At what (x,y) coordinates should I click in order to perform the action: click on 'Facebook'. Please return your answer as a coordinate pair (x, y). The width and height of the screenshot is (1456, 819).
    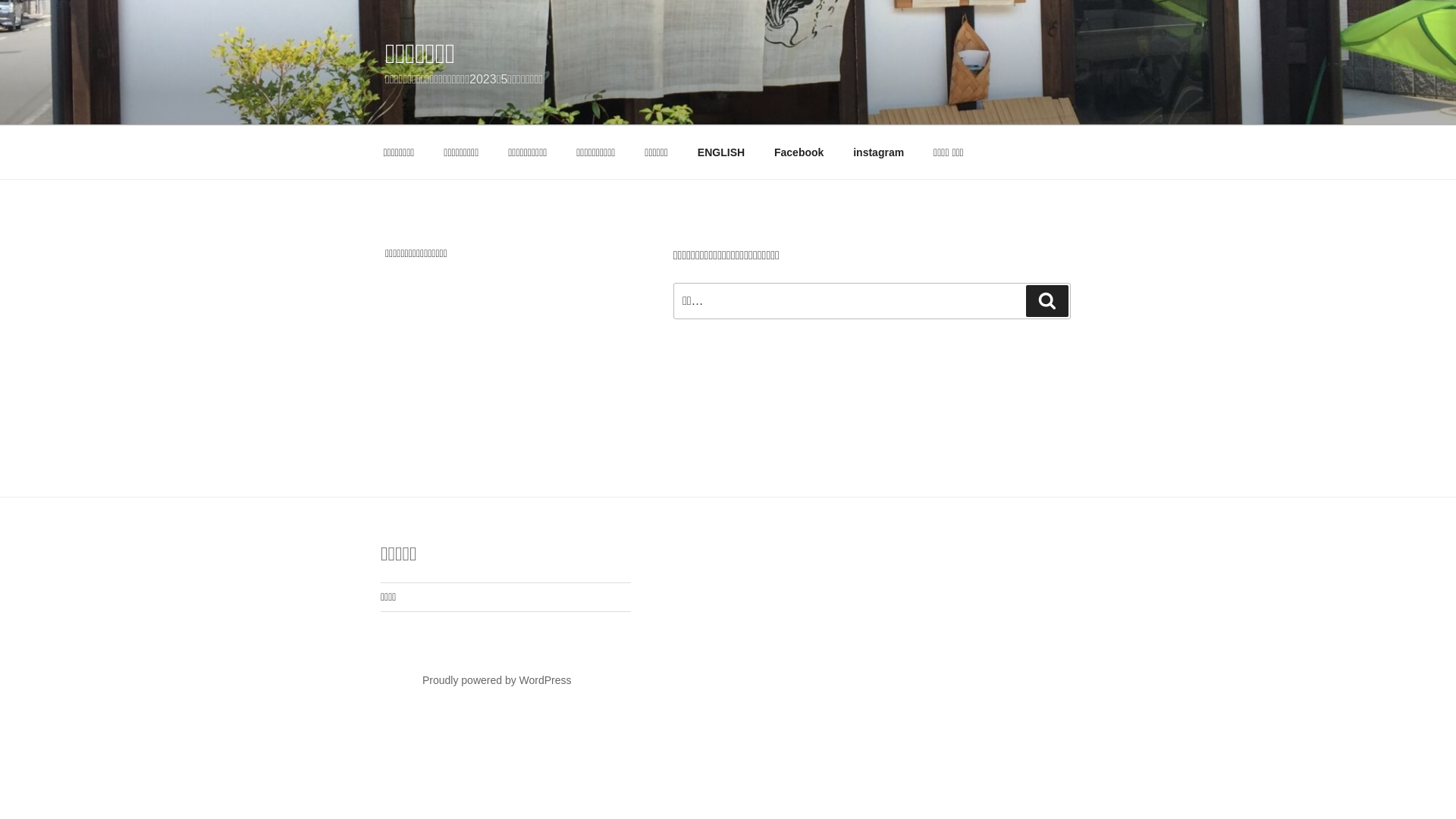
    Looking at the image, I should click on (797, 152).